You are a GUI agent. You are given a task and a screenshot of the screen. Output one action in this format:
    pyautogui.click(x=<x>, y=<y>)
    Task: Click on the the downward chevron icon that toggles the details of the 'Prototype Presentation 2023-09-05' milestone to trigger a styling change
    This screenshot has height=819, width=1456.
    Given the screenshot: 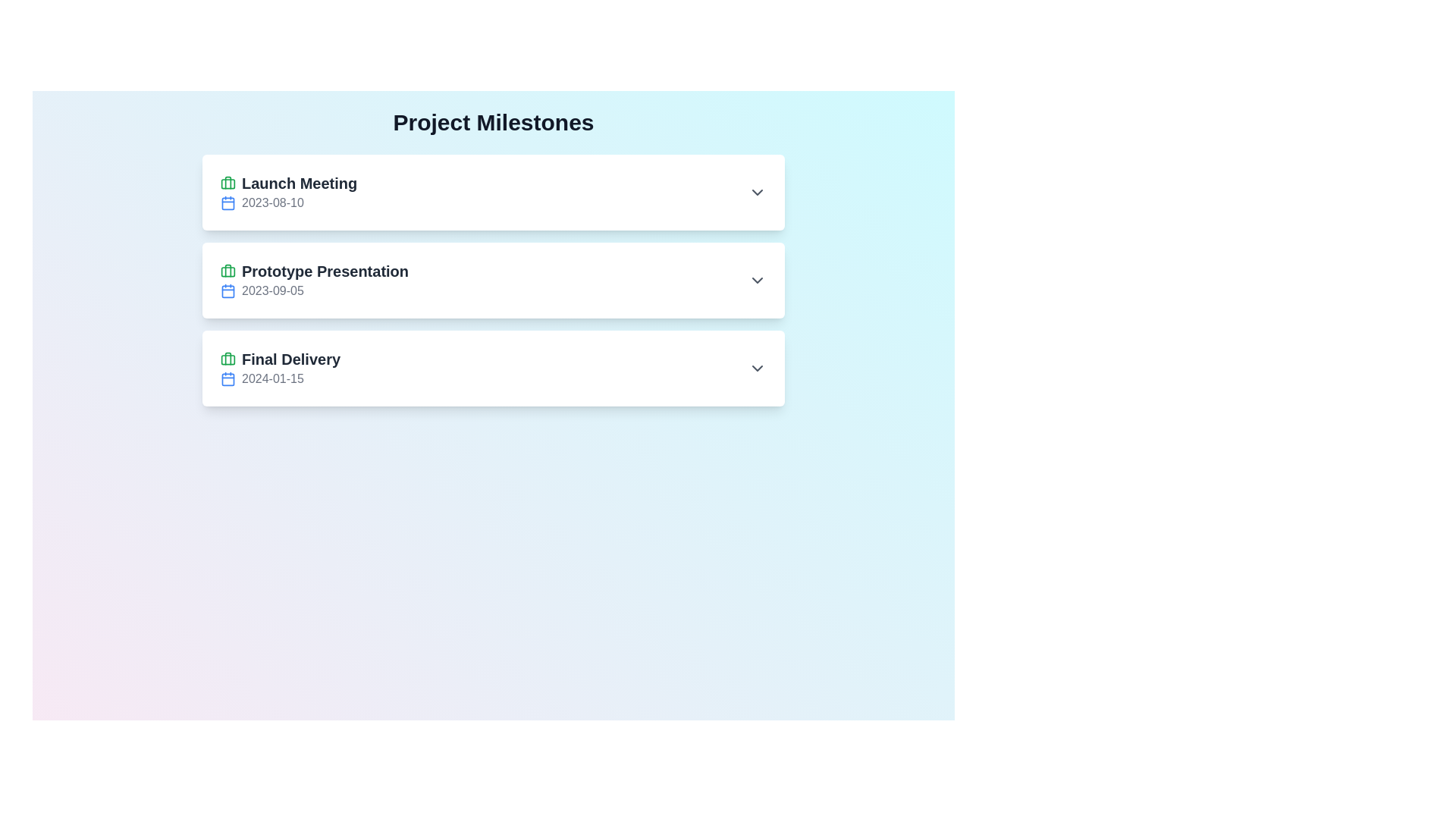 What is the action you would take?
    pyautogui.click(x=757, y=281)
    